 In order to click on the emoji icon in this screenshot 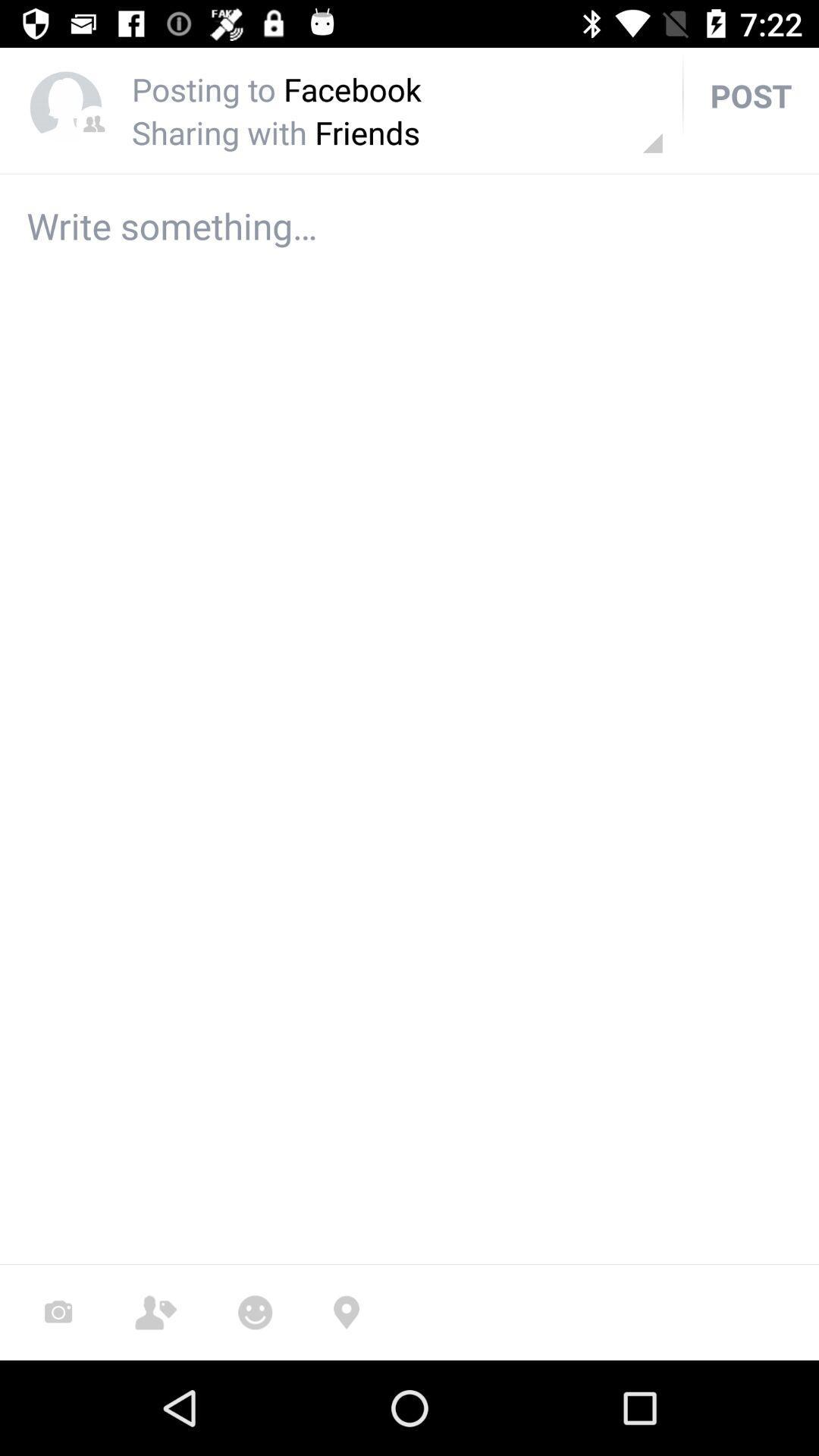, I will do `click(254, 1312)`.